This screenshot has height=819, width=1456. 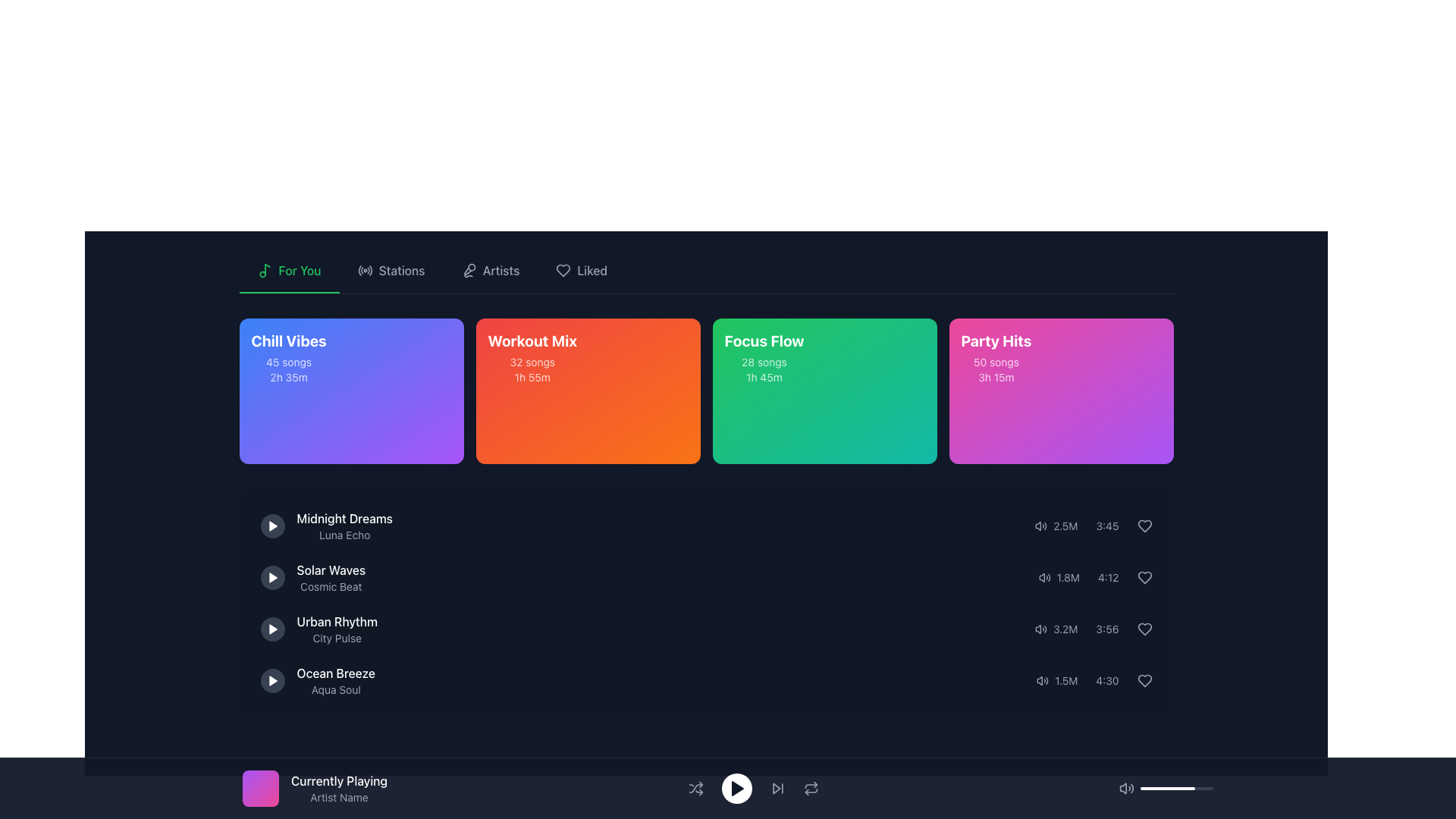 What do you see at coordinates (996, 357) in the screenshot?
I see `the 'Party Hits' informational card located in the top-right section of the interface` at bounding box center [996, 357].